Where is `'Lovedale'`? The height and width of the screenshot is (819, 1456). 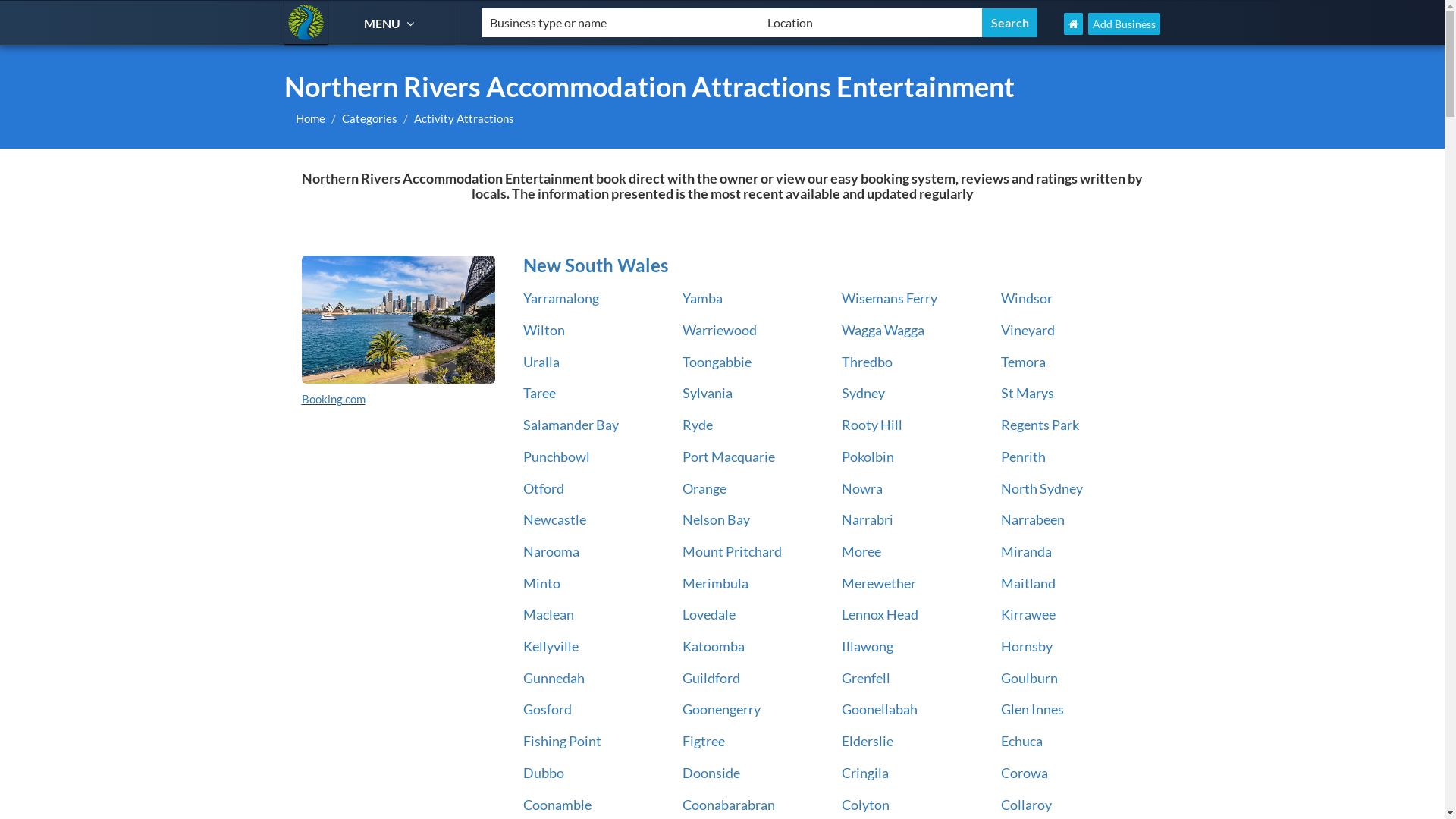 'Lovedale' is located at coordinates (708, 614).